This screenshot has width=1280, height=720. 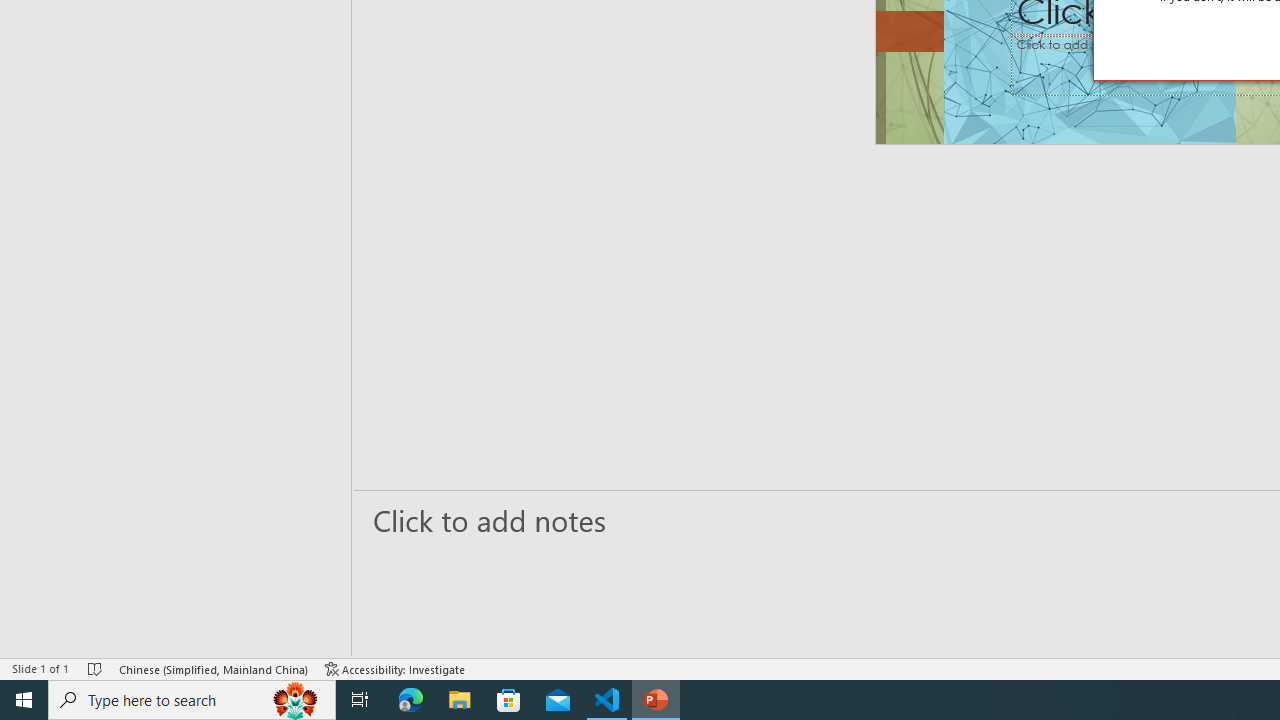 I want to click on 'Task View', so click(x=359, y=698).